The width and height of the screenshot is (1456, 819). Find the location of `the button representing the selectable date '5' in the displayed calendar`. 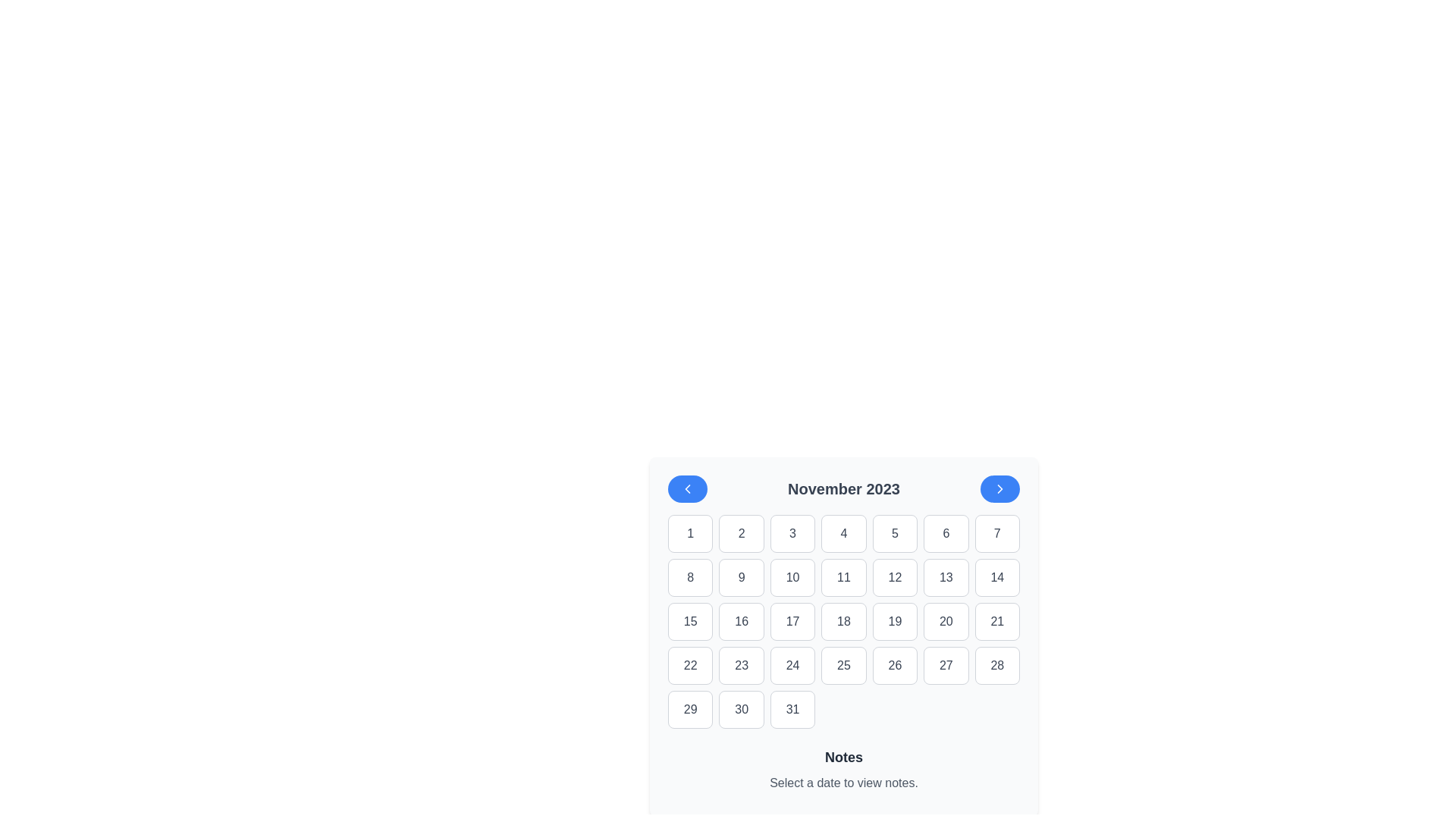

the button representing the selectable date '5' in the displayed calendar is located at coordinates (895, 533).